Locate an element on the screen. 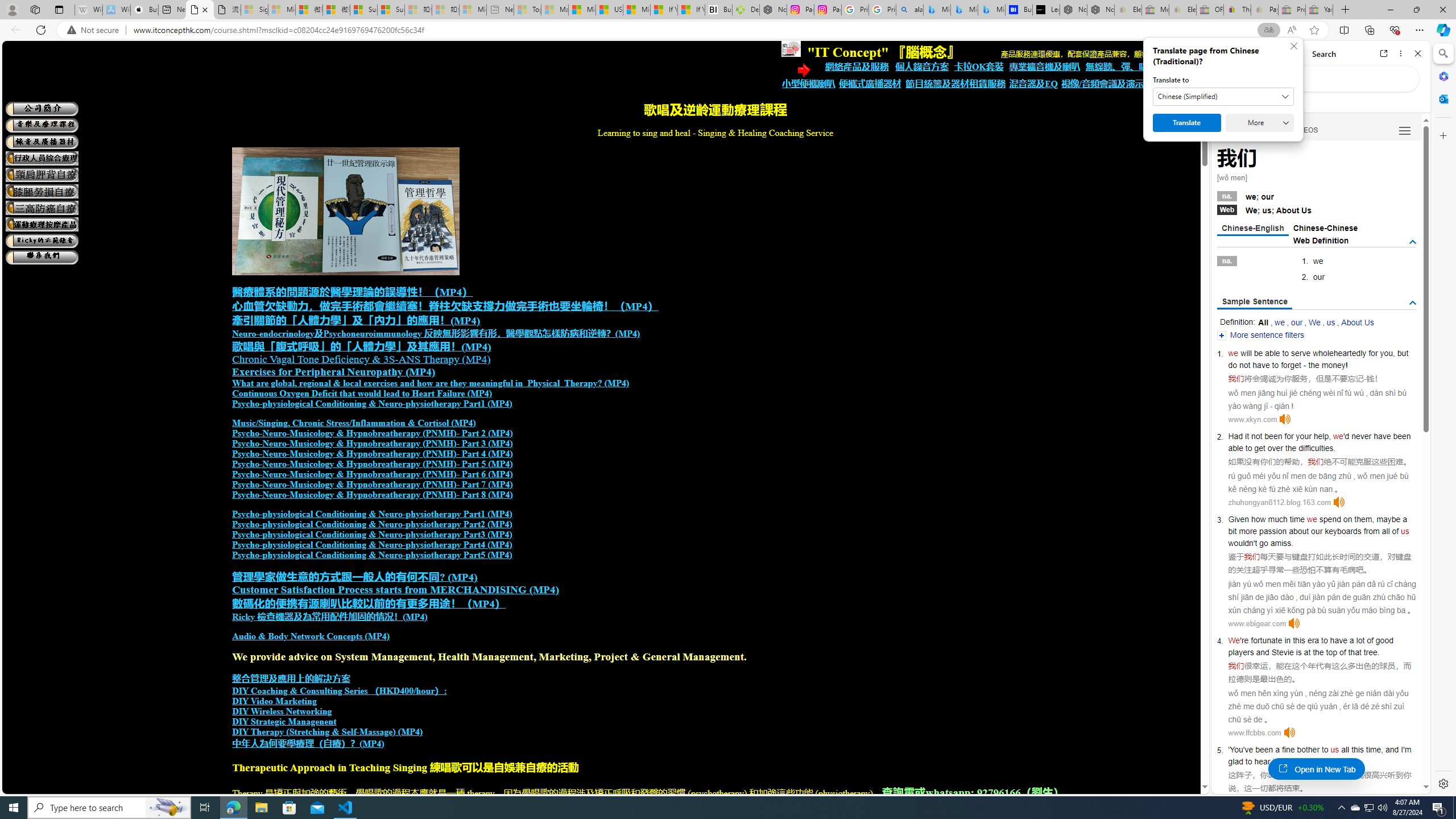 This screenshot has height=819, width=1456. 'Translate to' is located at coordinates (1223, 96).